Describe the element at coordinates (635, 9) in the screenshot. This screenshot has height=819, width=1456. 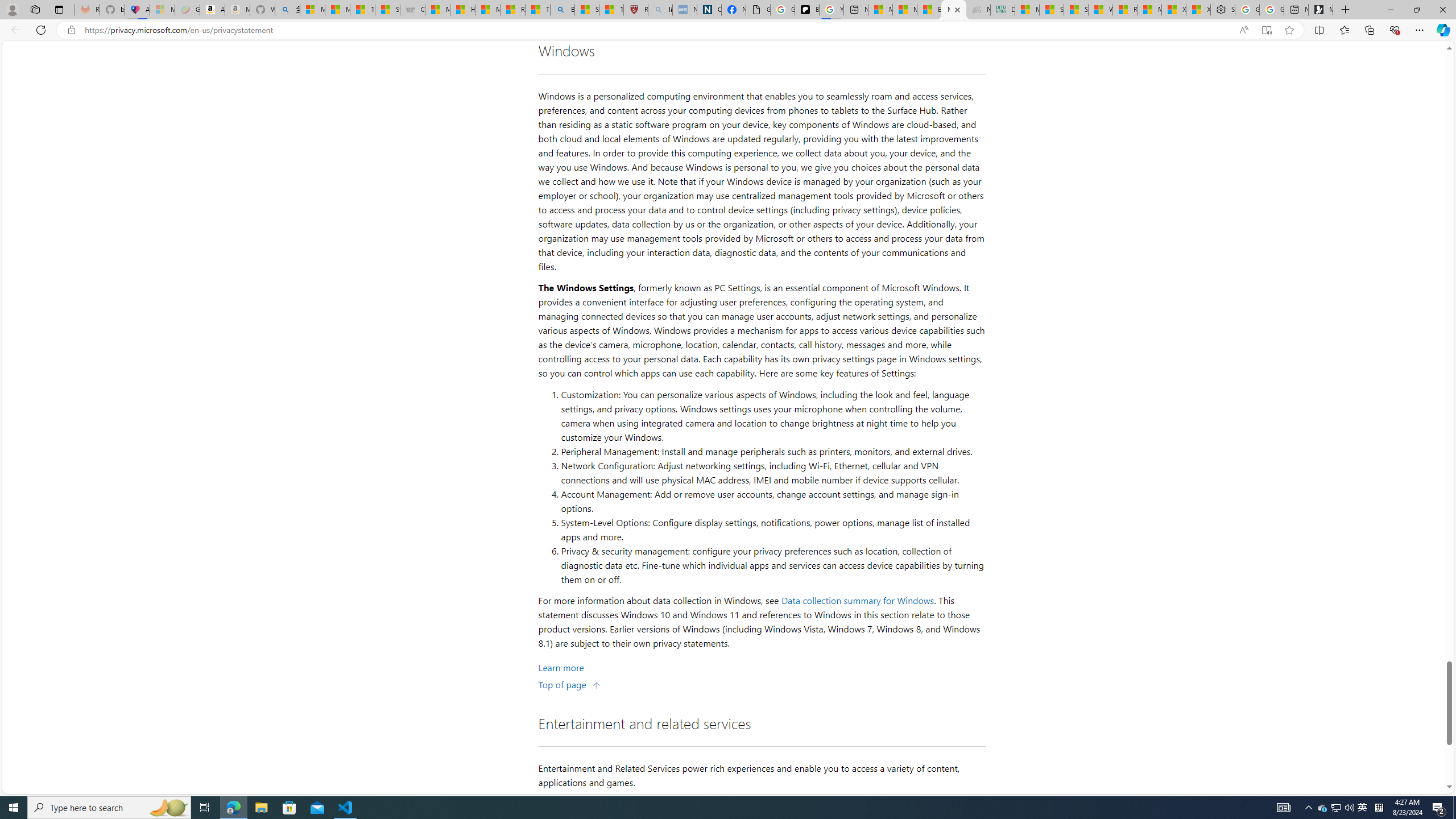
I see `'Robert H. Shmerling, MD - Harvard Health'` at that location.